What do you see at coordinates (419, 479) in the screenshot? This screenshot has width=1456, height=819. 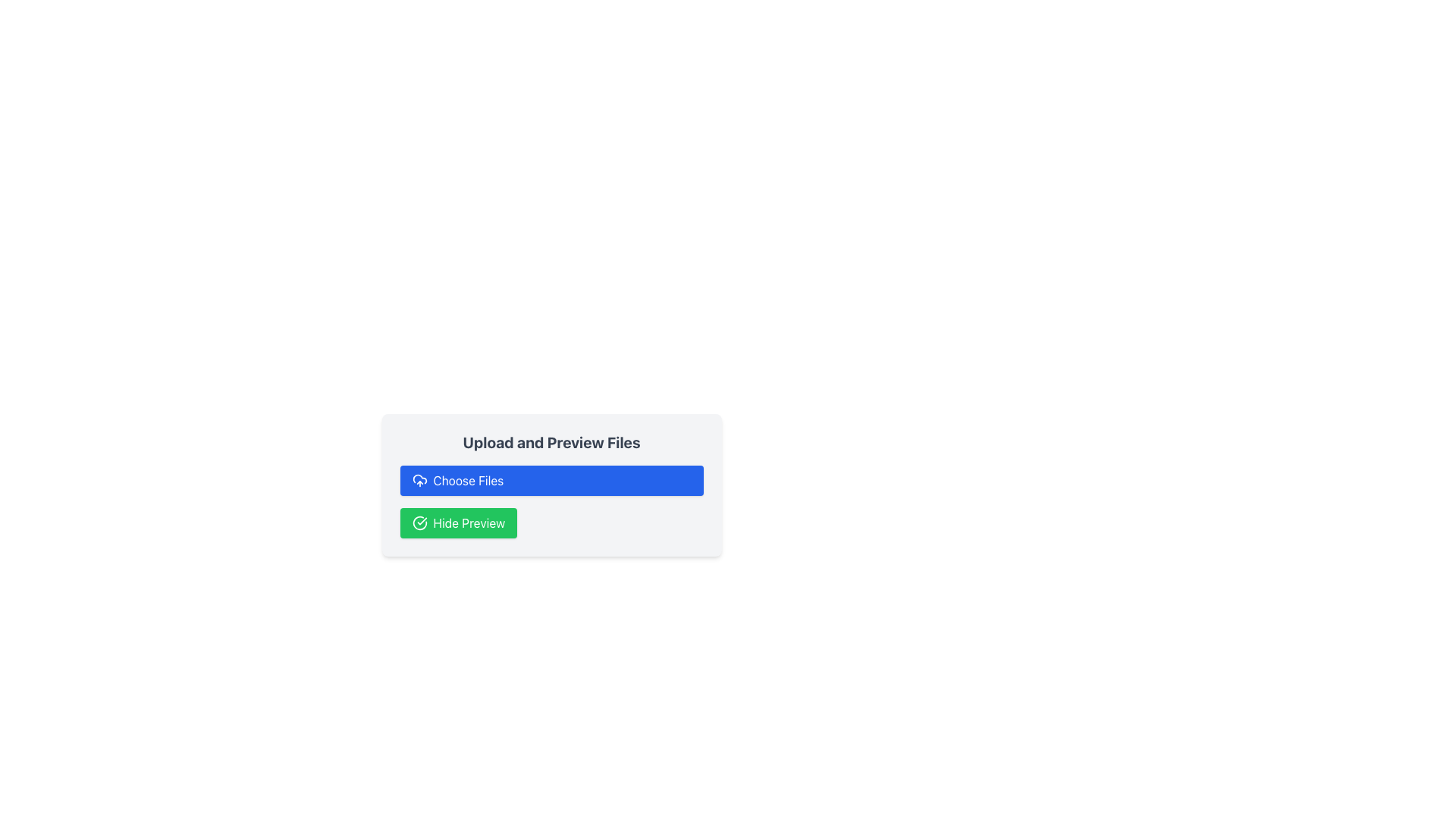 I see `the non-interactive cloud graphic component within the SVG that visually represents the main body of the cloud in the cloud upload icon` at bounding box center [419, 479].